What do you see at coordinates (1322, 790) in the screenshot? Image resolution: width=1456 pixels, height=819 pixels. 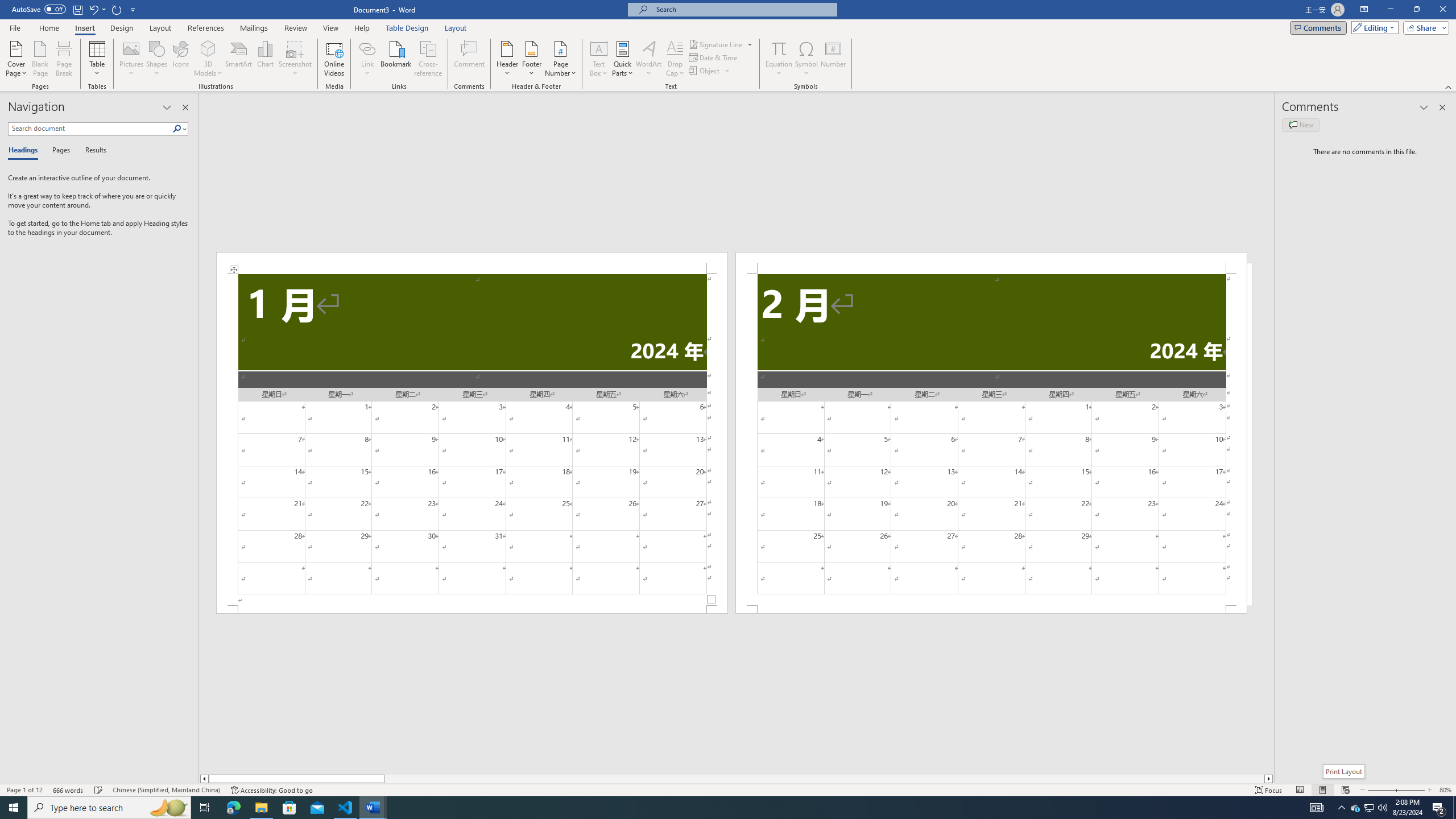 I see `'Print Layout'` at bounding box center [1322, 790].